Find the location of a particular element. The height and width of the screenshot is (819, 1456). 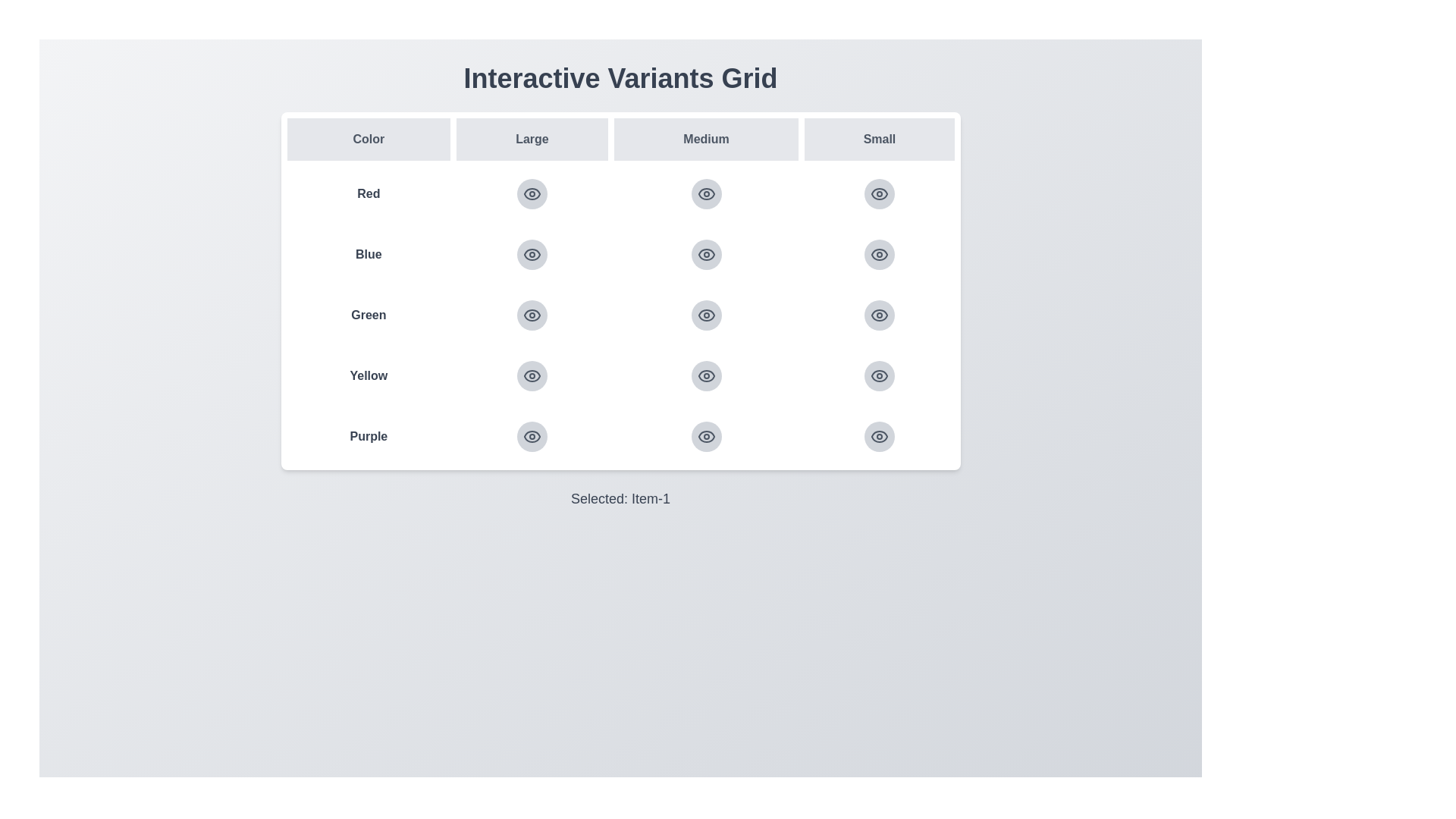

the individual grid items within the Interactive Variants Grid, which contains circular icons for different categories and sizes is located at coordinates (620, 291).